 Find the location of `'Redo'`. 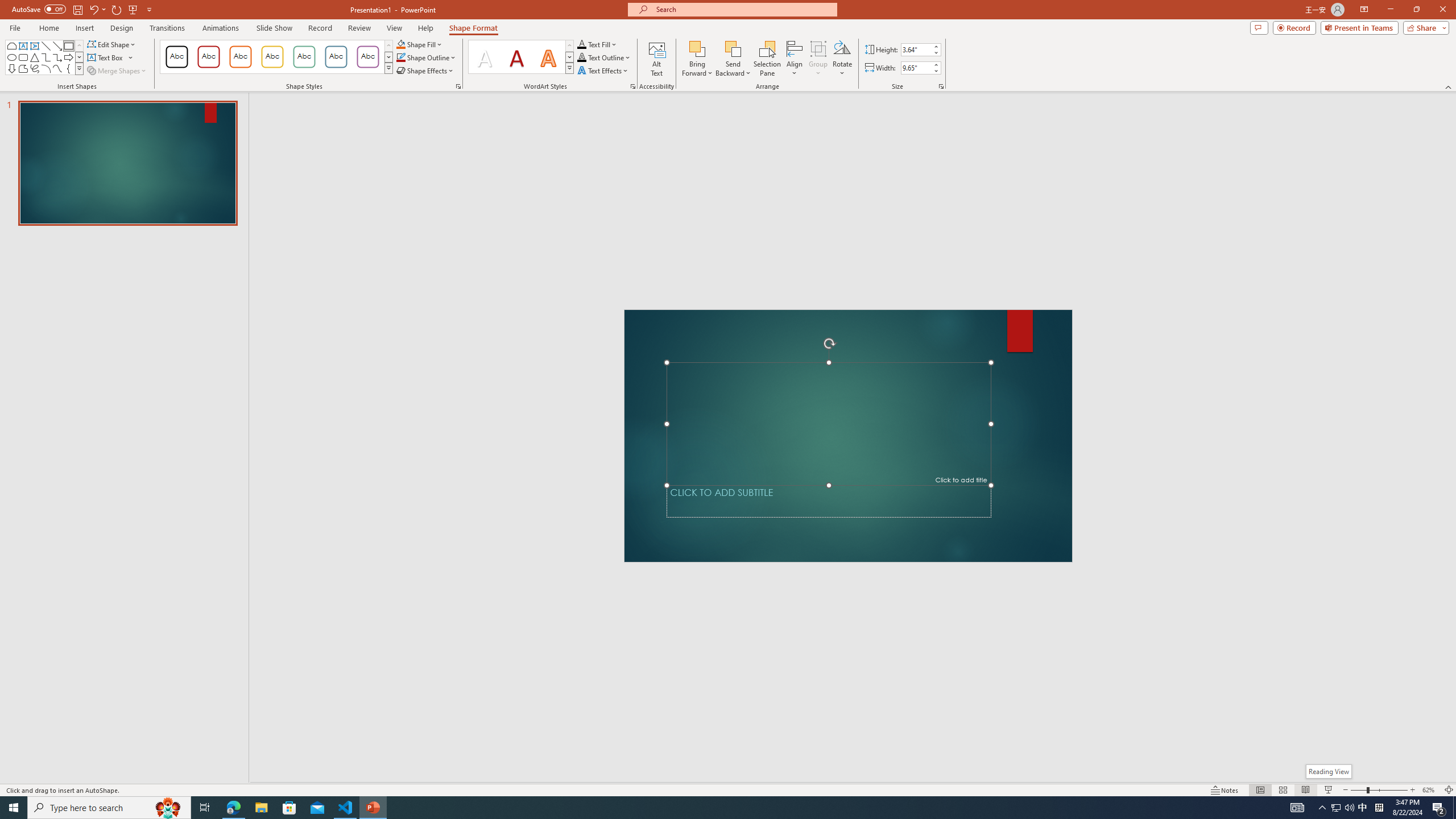

'Redo' is located at coordinates (117, 9).